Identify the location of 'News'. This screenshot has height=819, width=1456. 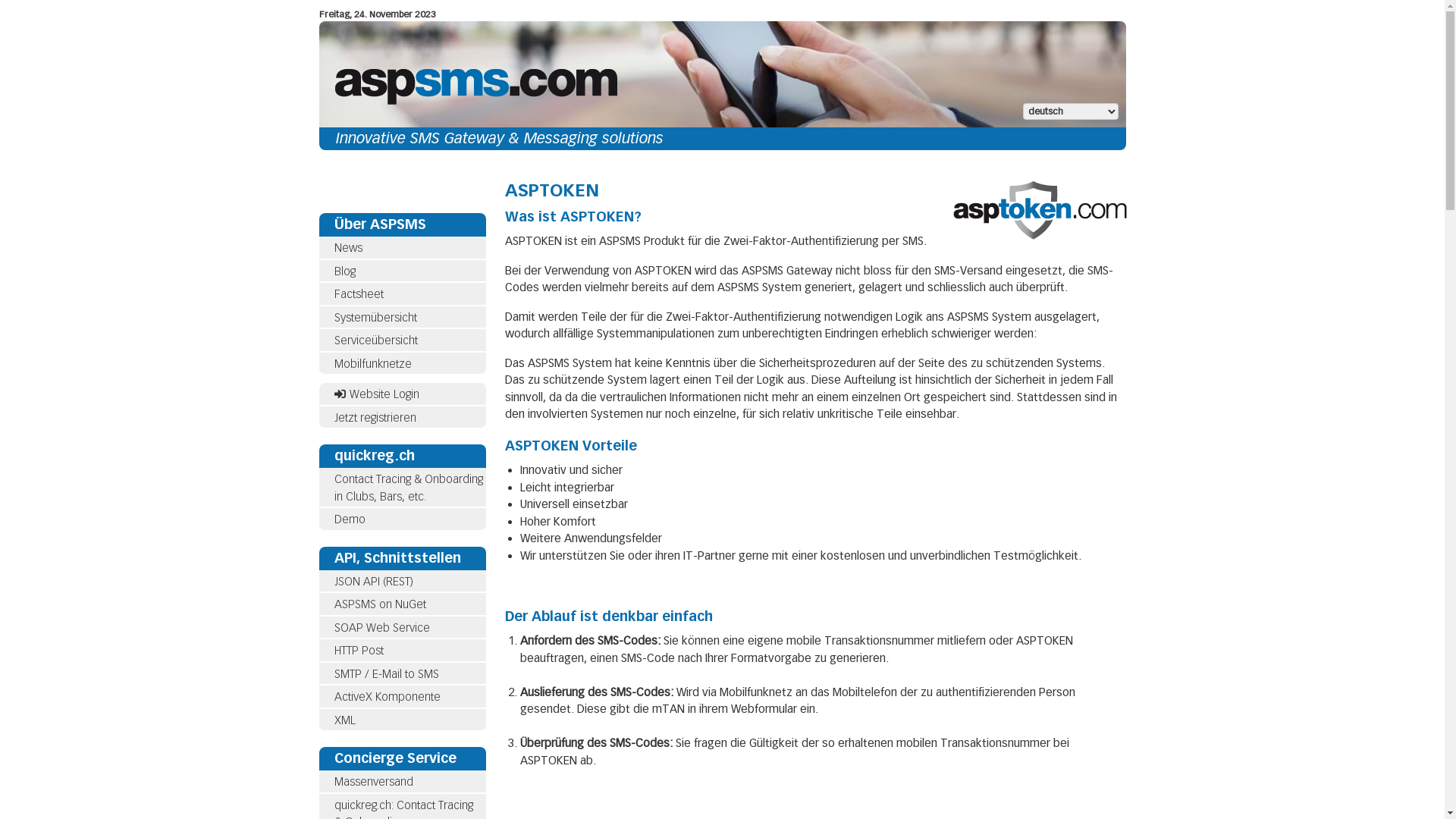
(401, 247).